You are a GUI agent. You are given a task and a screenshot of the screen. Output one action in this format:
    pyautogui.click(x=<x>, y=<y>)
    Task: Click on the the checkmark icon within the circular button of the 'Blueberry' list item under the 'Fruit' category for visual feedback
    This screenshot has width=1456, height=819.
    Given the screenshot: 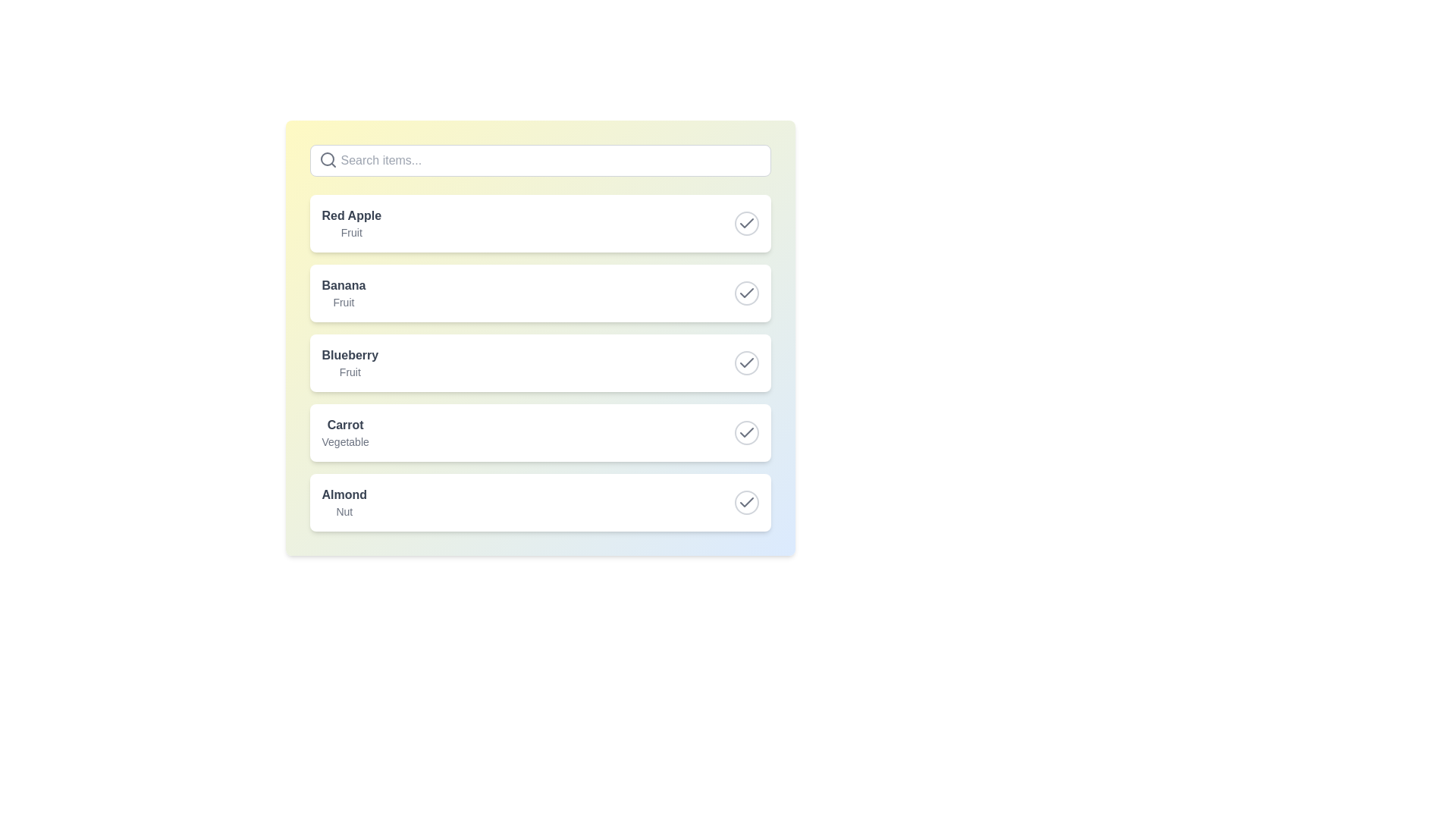 What is the action you would take?
    pyautogui.click(x=746, y=362)
    